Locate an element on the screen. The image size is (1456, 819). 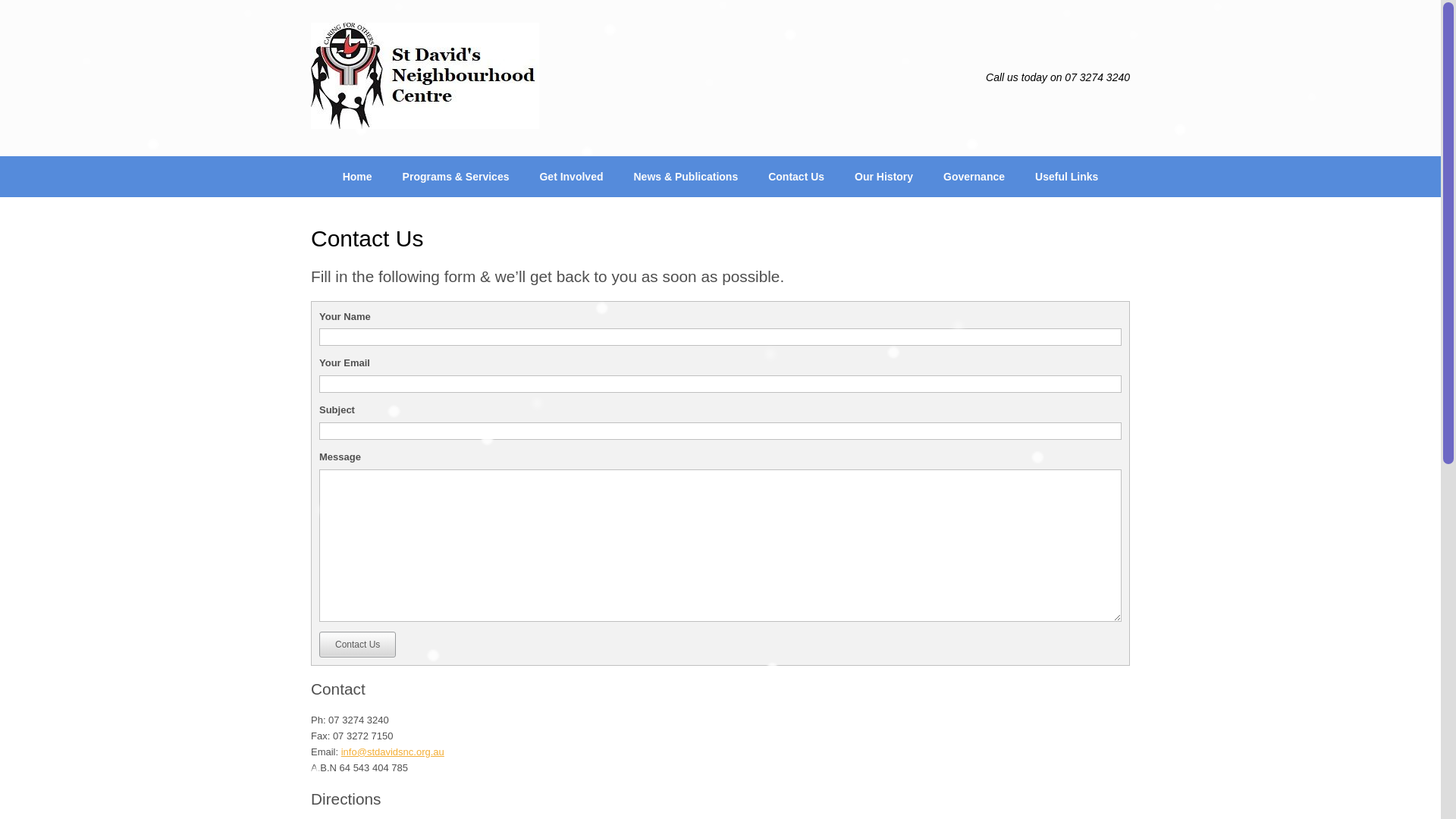
'Programs & Services' is located at coordinates (455, 175).